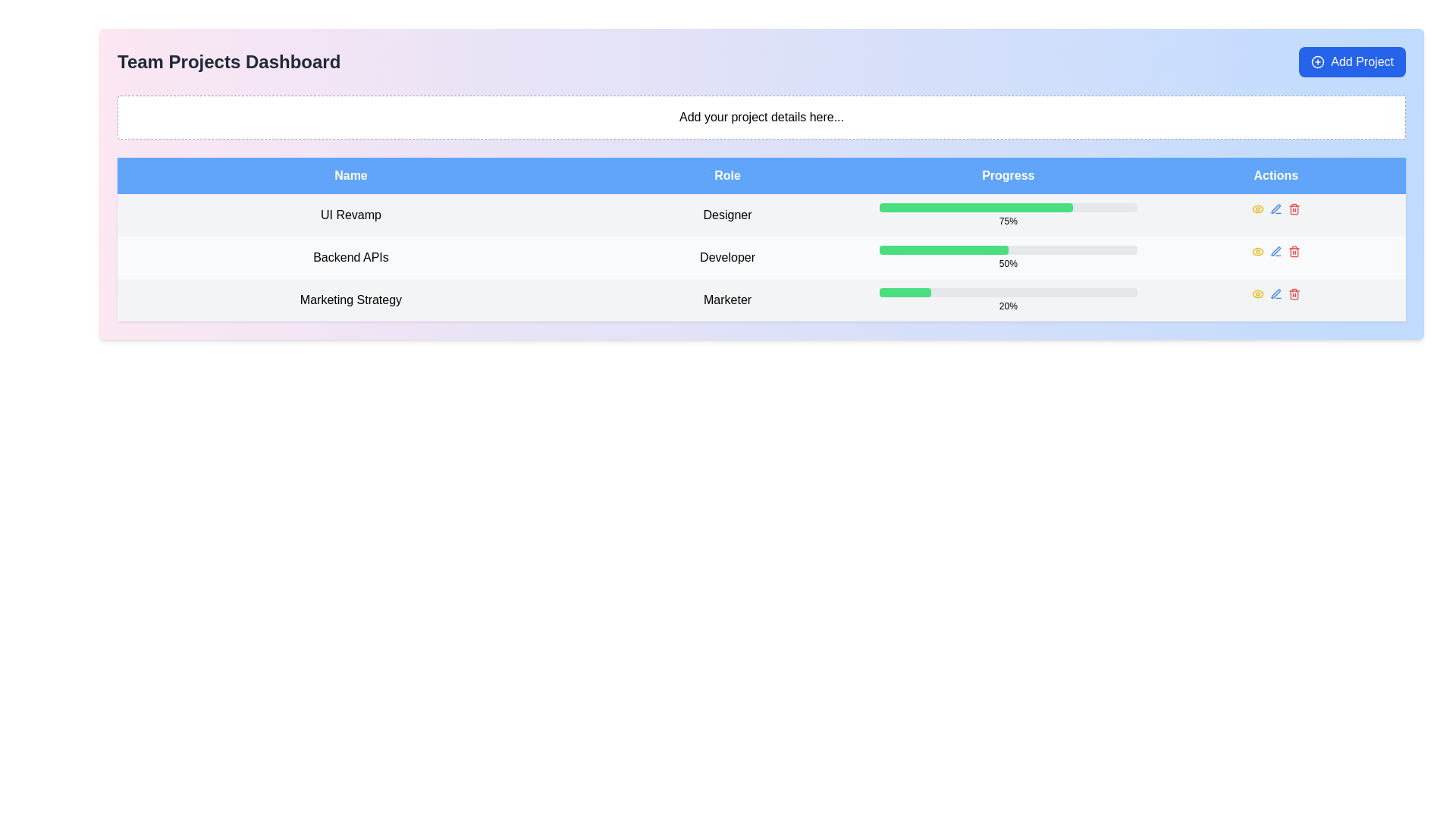  Describe the element at coordinates (1008, 256) in the screenshot. I see `the progress bar representing the completion status of the 'Backend APIs' project, which shows 50% completion in the 'Progress' column of the table` at that location.